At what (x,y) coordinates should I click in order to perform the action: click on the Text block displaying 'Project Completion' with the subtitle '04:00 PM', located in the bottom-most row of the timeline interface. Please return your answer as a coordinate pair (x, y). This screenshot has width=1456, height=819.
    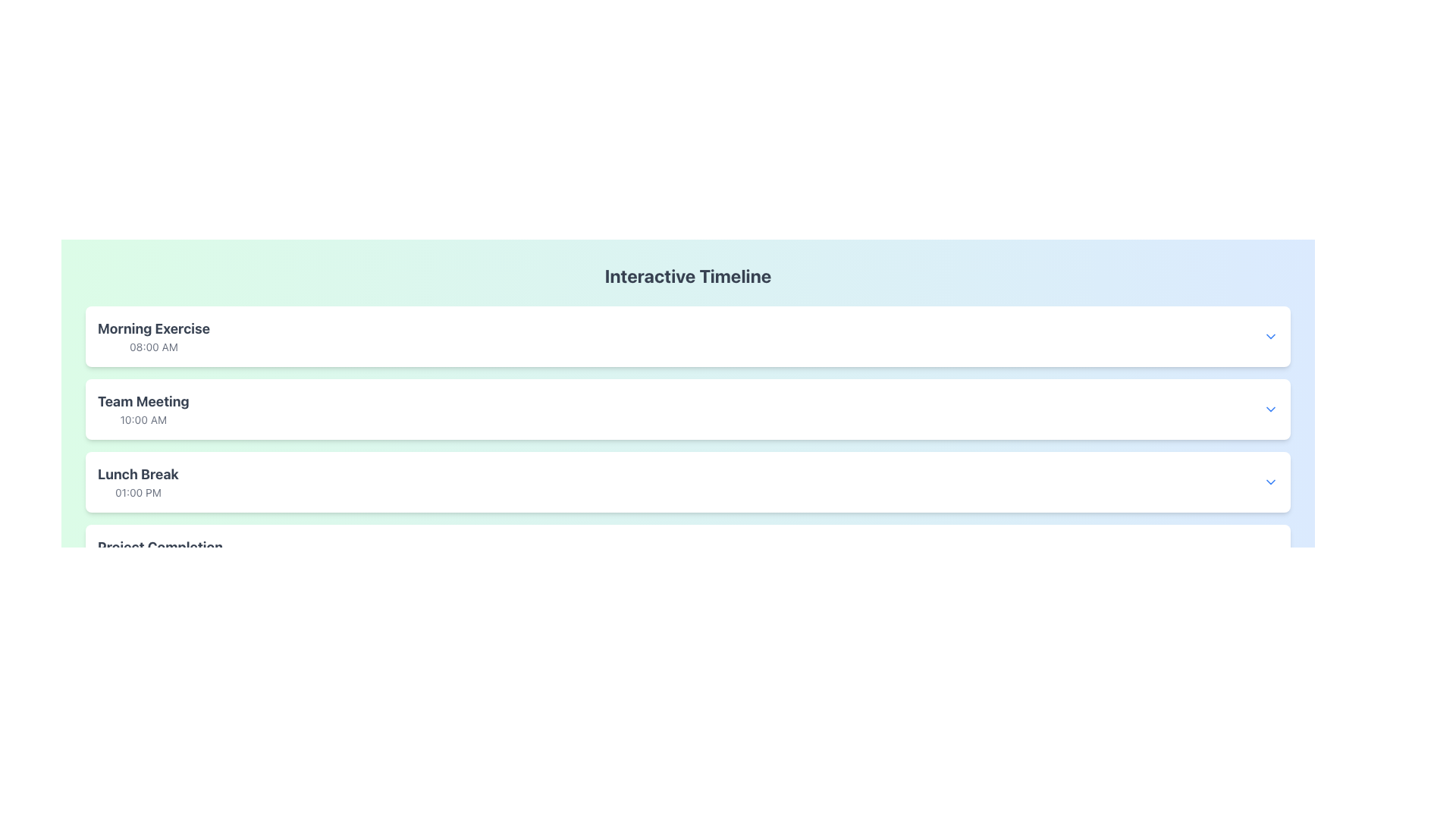
    Looking at the image, I should click on (160, 555).